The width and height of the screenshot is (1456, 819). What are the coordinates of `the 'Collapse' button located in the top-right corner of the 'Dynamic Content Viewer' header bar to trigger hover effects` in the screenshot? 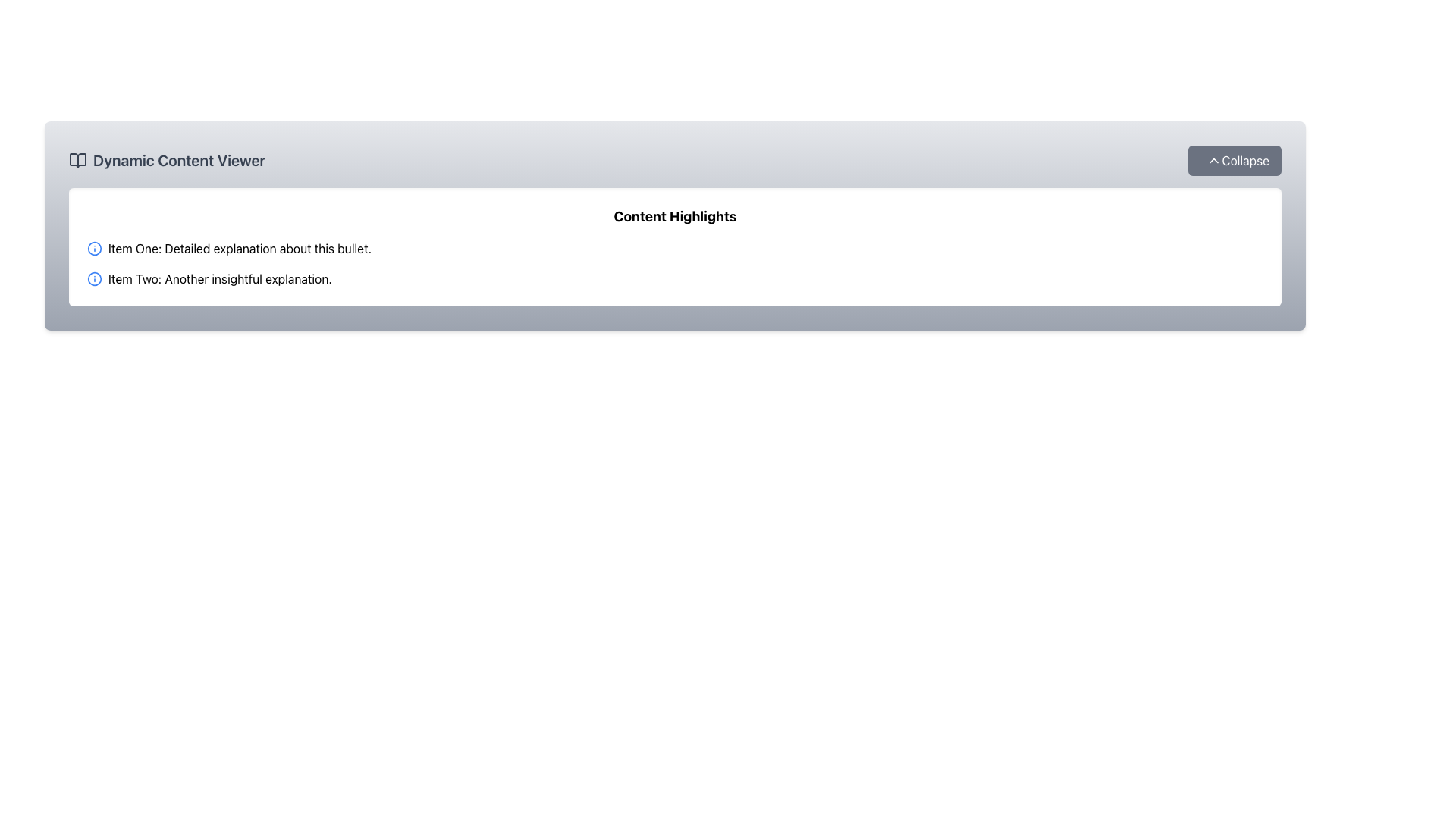 It's located at (1235, 161).